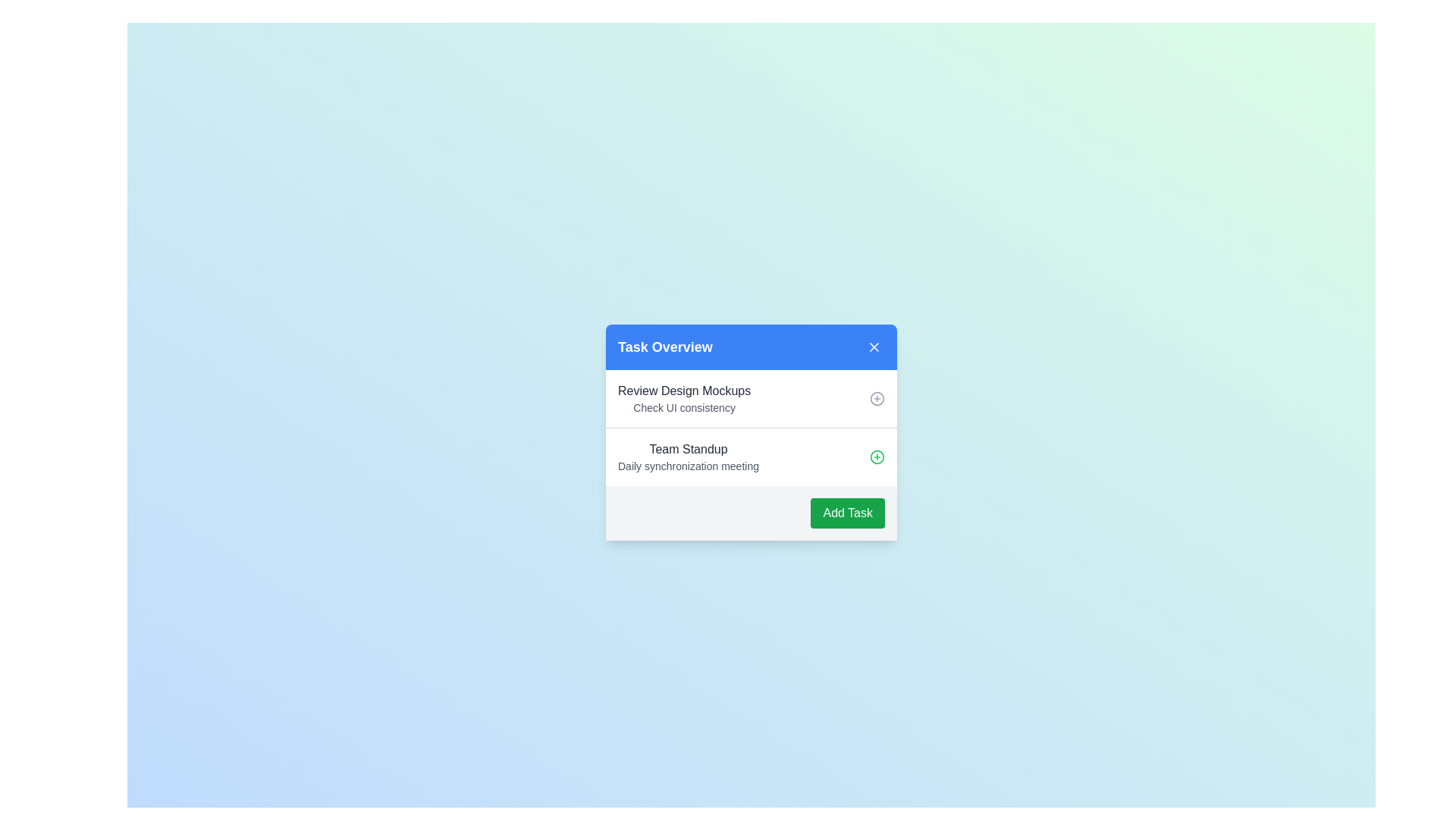  I want to click on the close button in the top-right corner of the Task Overview panel, so click(874, 347).